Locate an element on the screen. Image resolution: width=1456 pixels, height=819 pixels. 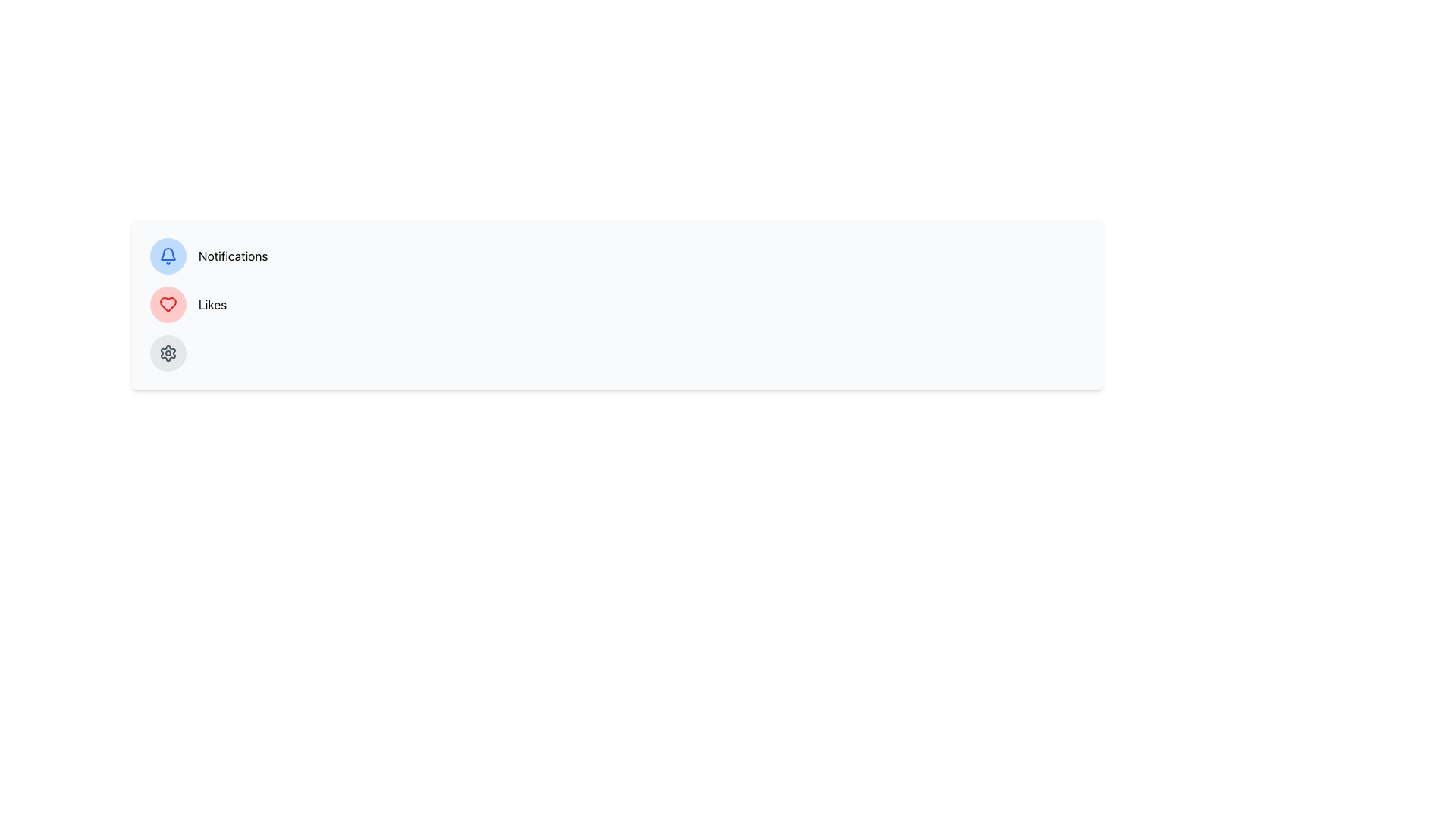
the circular settings gear icon button, which has a gray outline and a hollow center is located at coordinates (168, 353).